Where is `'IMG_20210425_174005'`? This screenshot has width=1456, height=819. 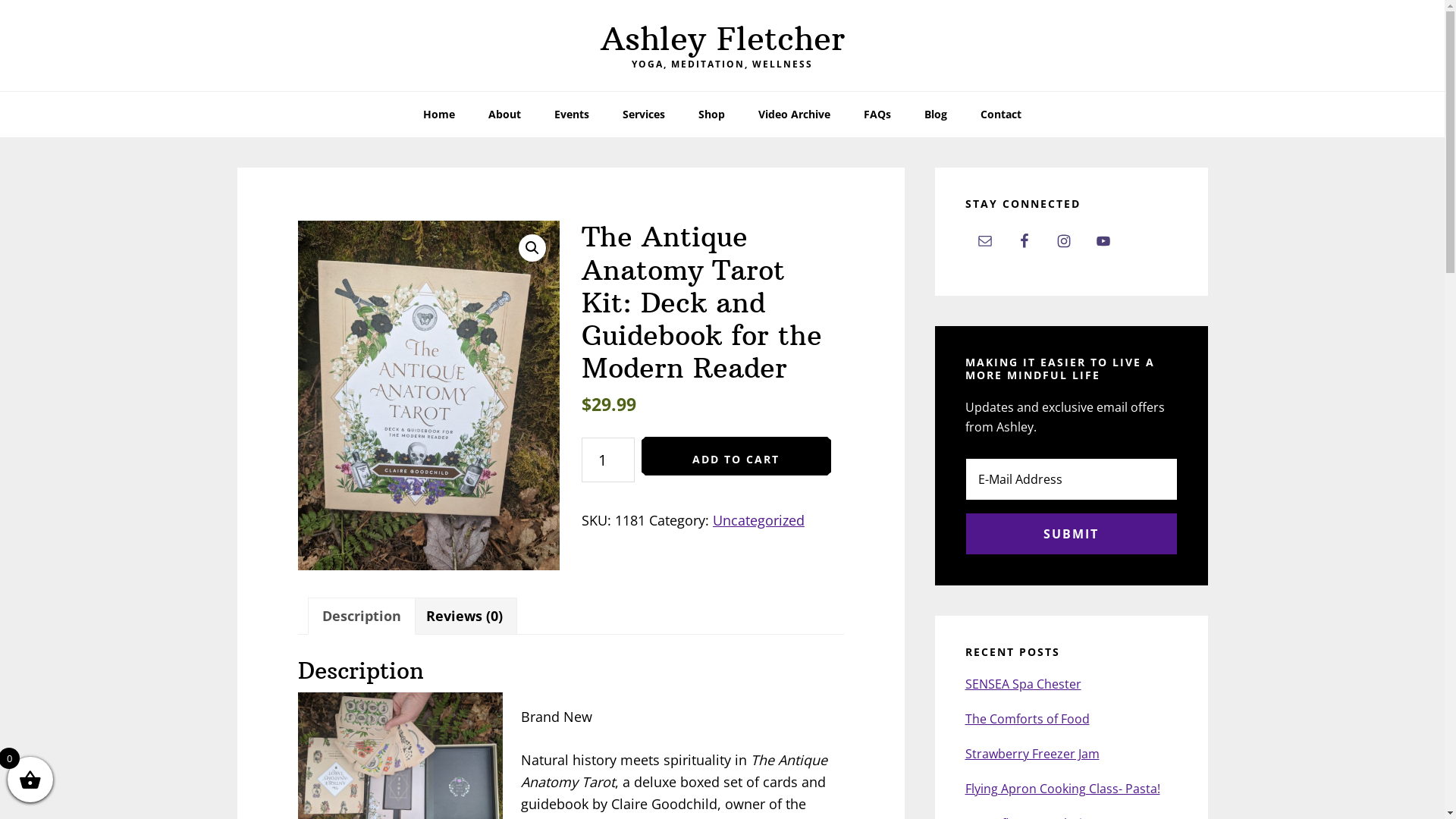
'IMG_20210425_174005' is located at coordinates (428, 394).